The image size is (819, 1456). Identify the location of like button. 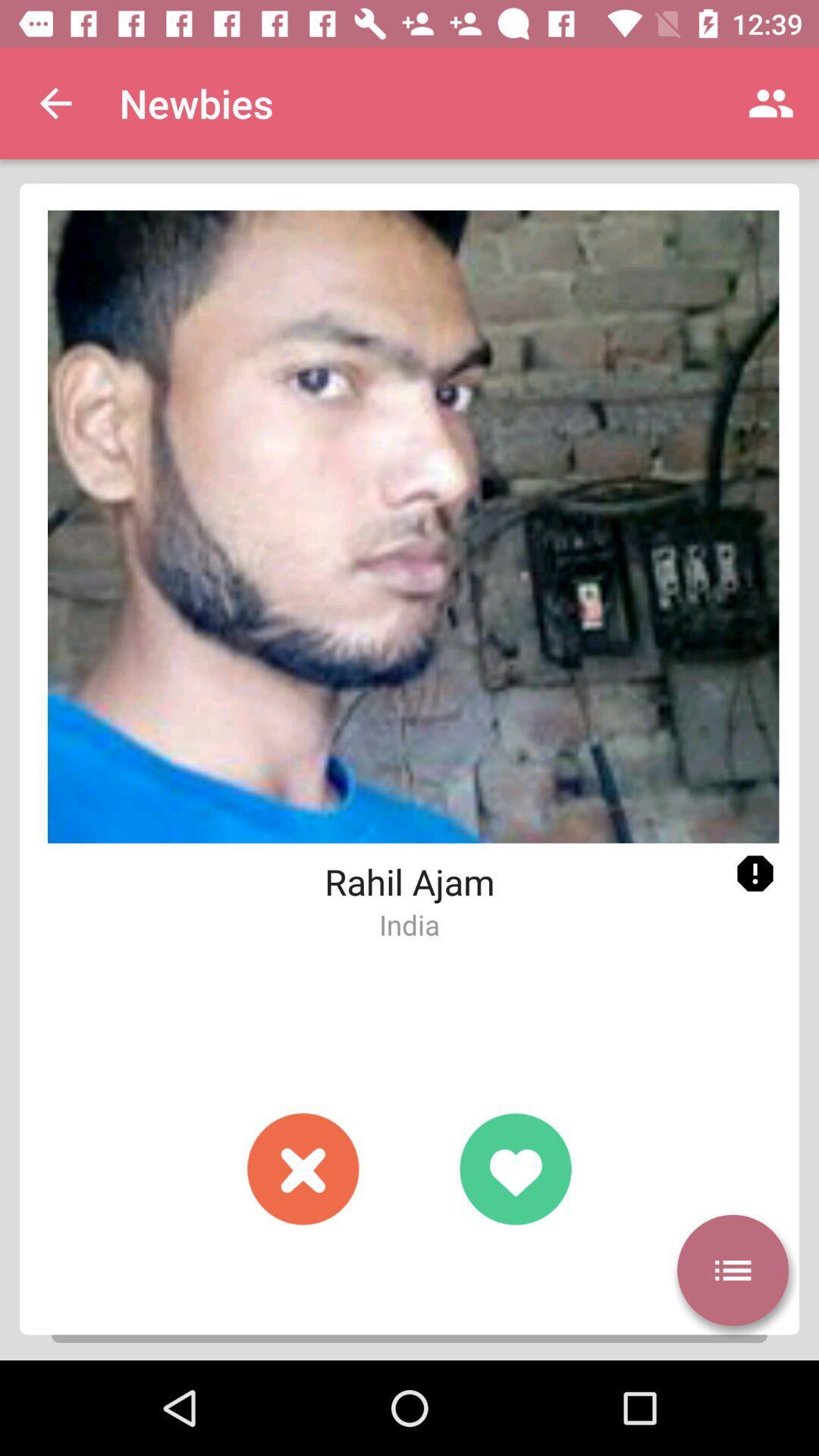
(514, 1168).